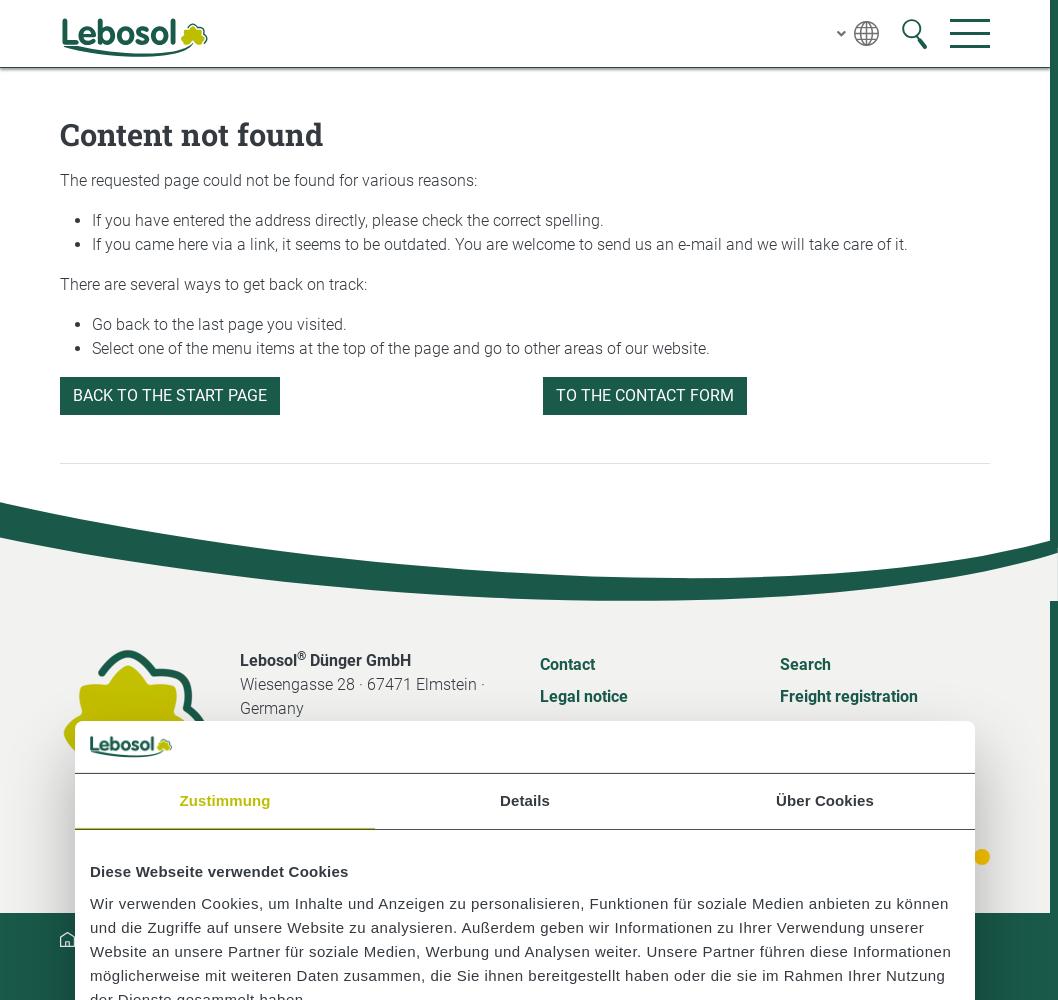  Describe the element at coordinates (264, 747) in the screenshot. I see `'Phone:'` at that location.